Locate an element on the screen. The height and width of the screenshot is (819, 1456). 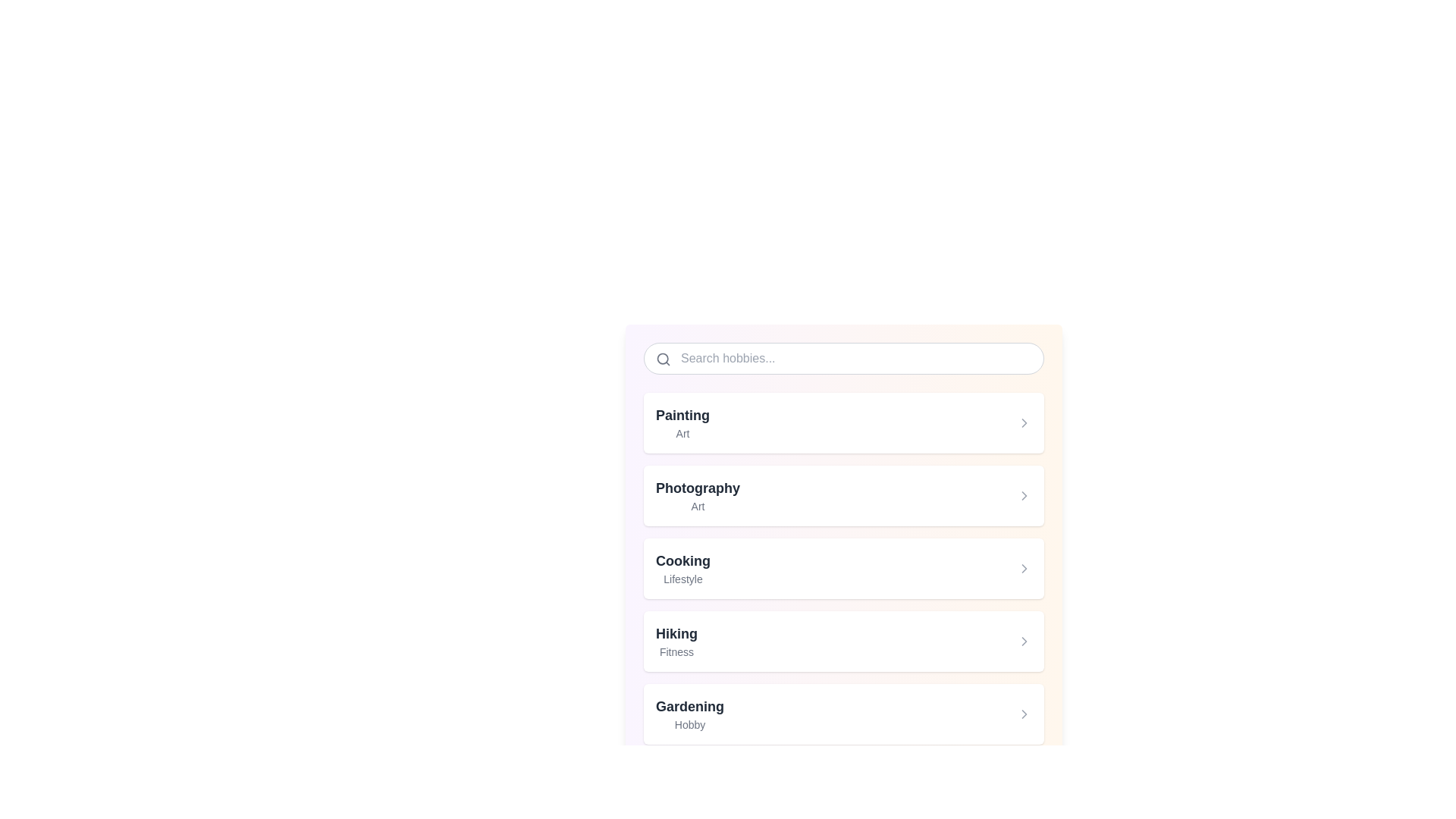
the text label categorizing the hobby 'Gardening', which is positioned directly below the larger title in the vertical list of hobbies is located at coordinates (689, 724).